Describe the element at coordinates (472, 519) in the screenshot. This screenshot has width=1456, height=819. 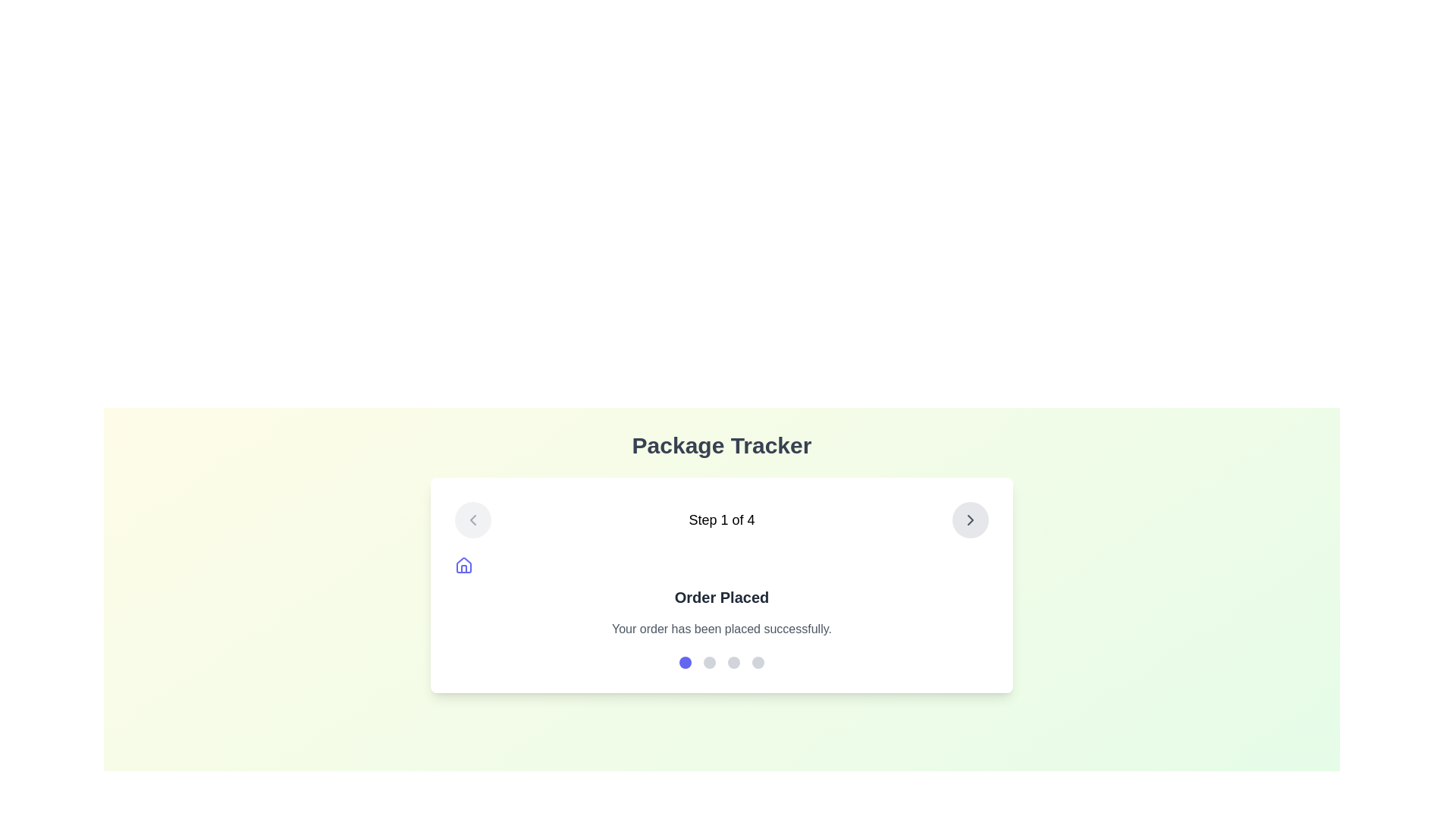
I see `the left-pointing chevron icon styled in gray, which is part of a circular button with a light gray background, located in the top-left corner of the main content box labeled 'Step 1 of 4'` at that location.